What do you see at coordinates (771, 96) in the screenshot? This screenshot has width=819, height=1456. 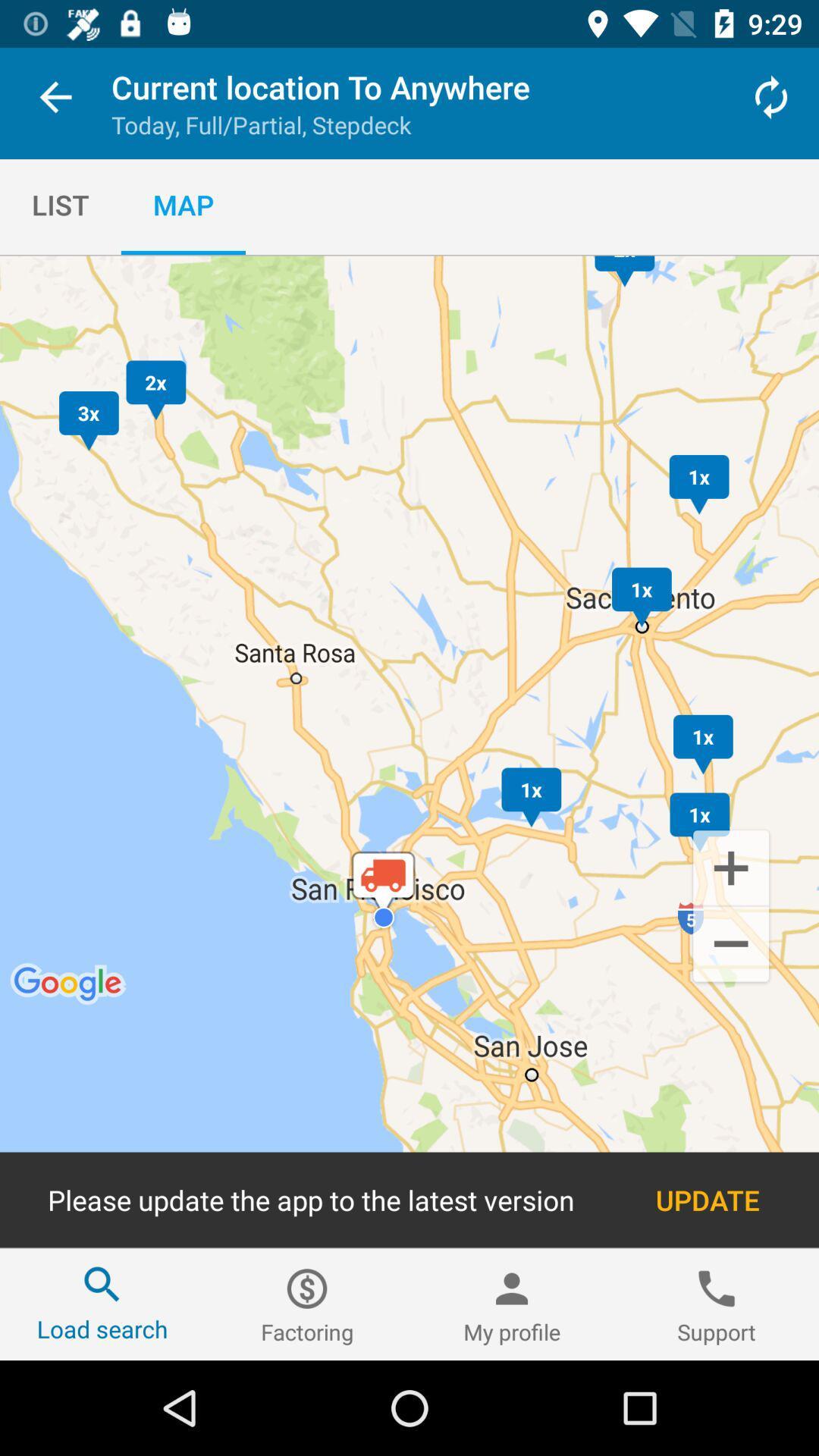 I see `icon next to the current location to icon` at bounding box center [771, 96].